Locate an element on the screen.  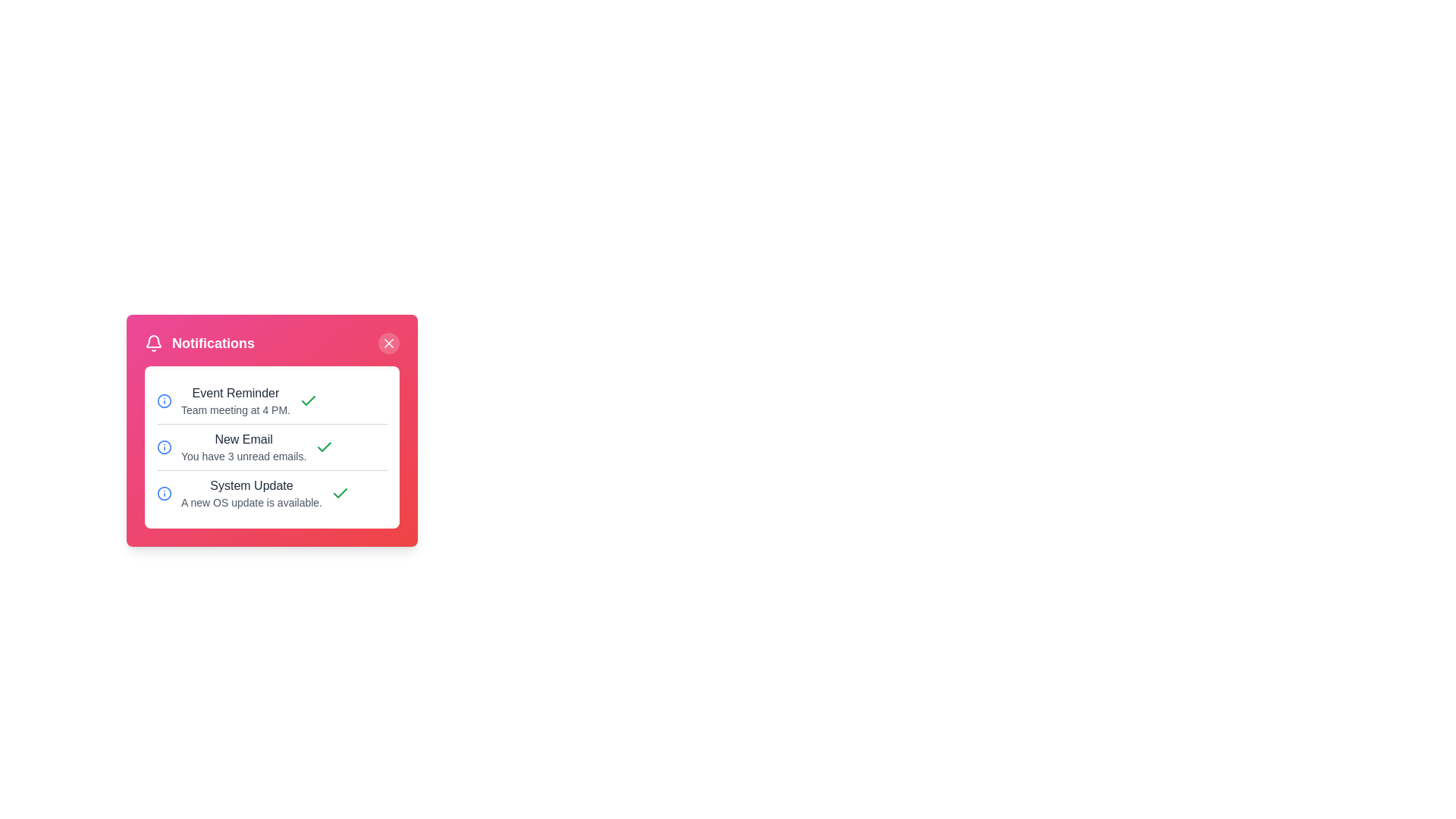
the icon indicating additional information for the 'New Email' notification located at the beginning of the notification entry in the second row of the notification panel is located at coordinates (164, 447).